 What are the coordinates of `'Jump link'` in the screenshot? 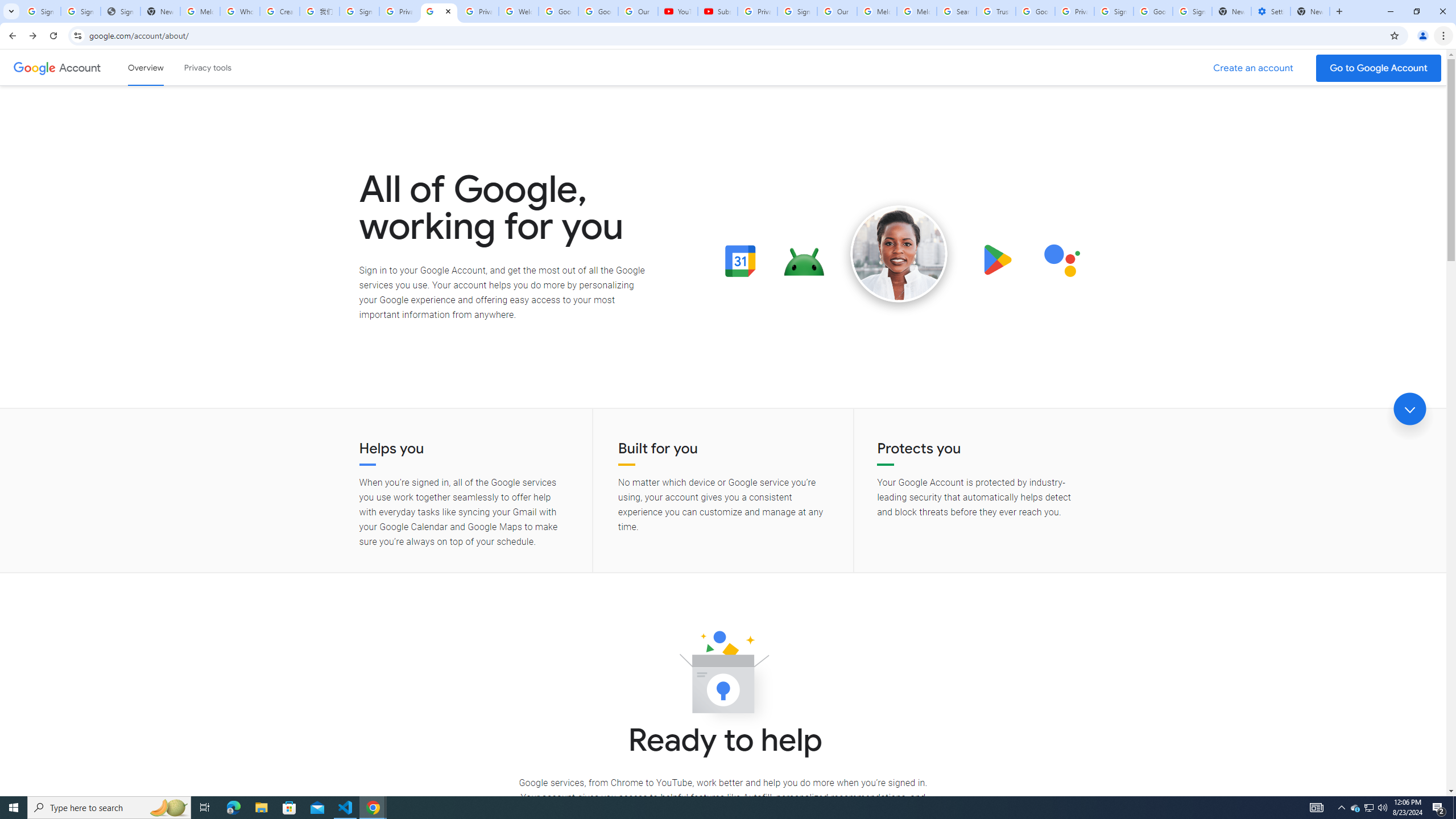 It's located at (1409, 409).